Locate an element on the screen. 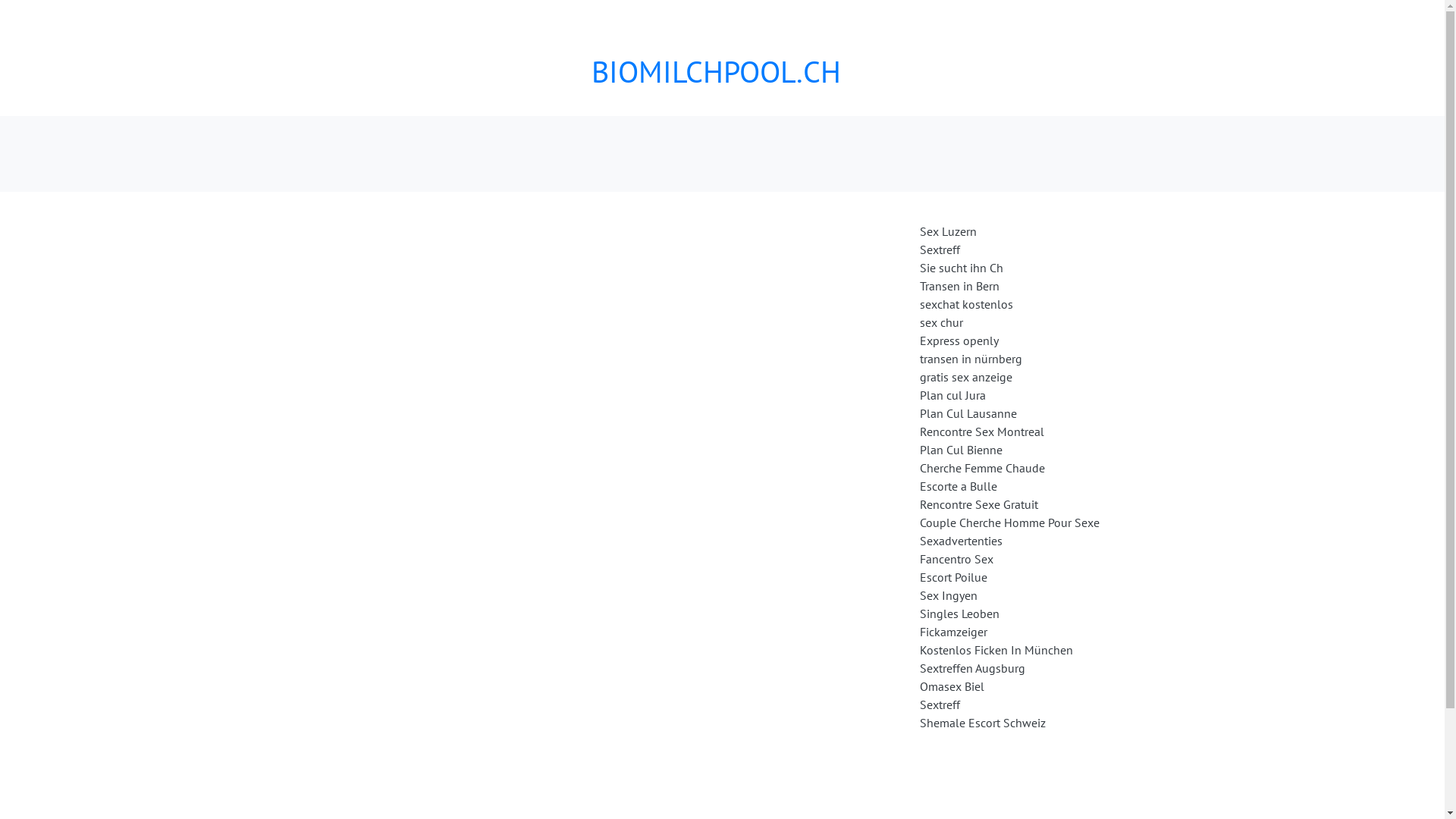  'Sex Ingyen' is located at coordinates (918, 595).